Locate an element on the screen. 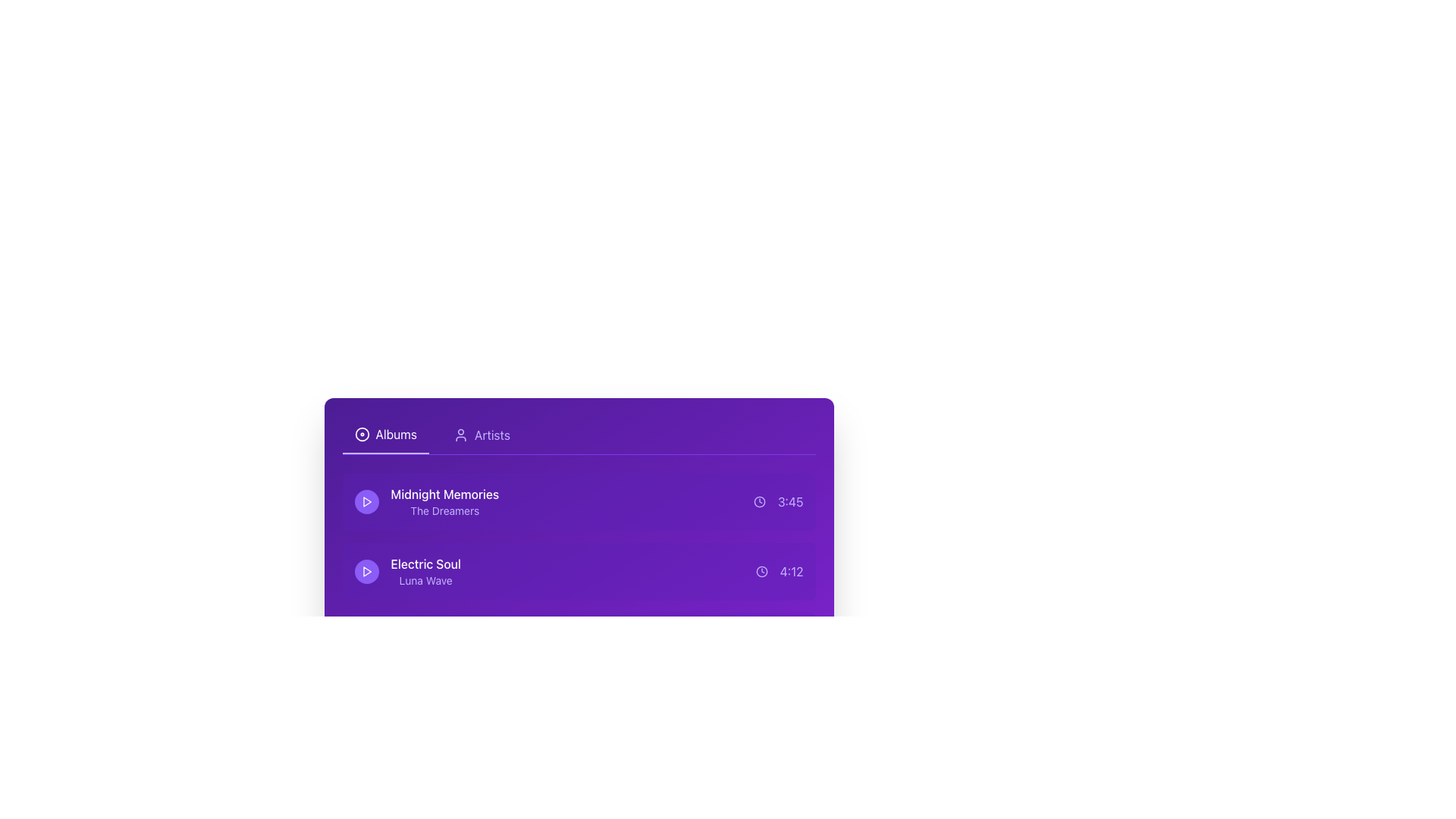 This screenshot has width=1456, height=819. the text label providing supplementary information about 'Electric Soul', which is located in the bottom-right area of the interface, below the section header 'Albums' is located at coordinates (425, 580).